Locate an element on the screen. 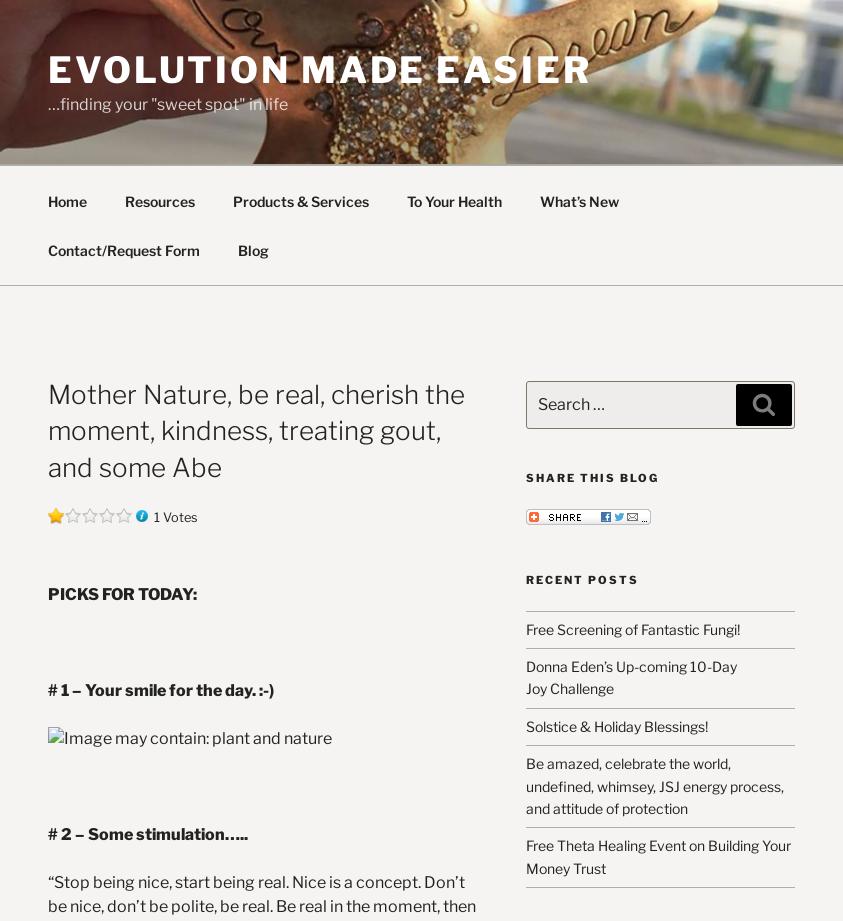 Image resolution: width=843 pixels, height=921 pixels. '# 2 – Some stimulation…..' is located at coordinates (148, 832).